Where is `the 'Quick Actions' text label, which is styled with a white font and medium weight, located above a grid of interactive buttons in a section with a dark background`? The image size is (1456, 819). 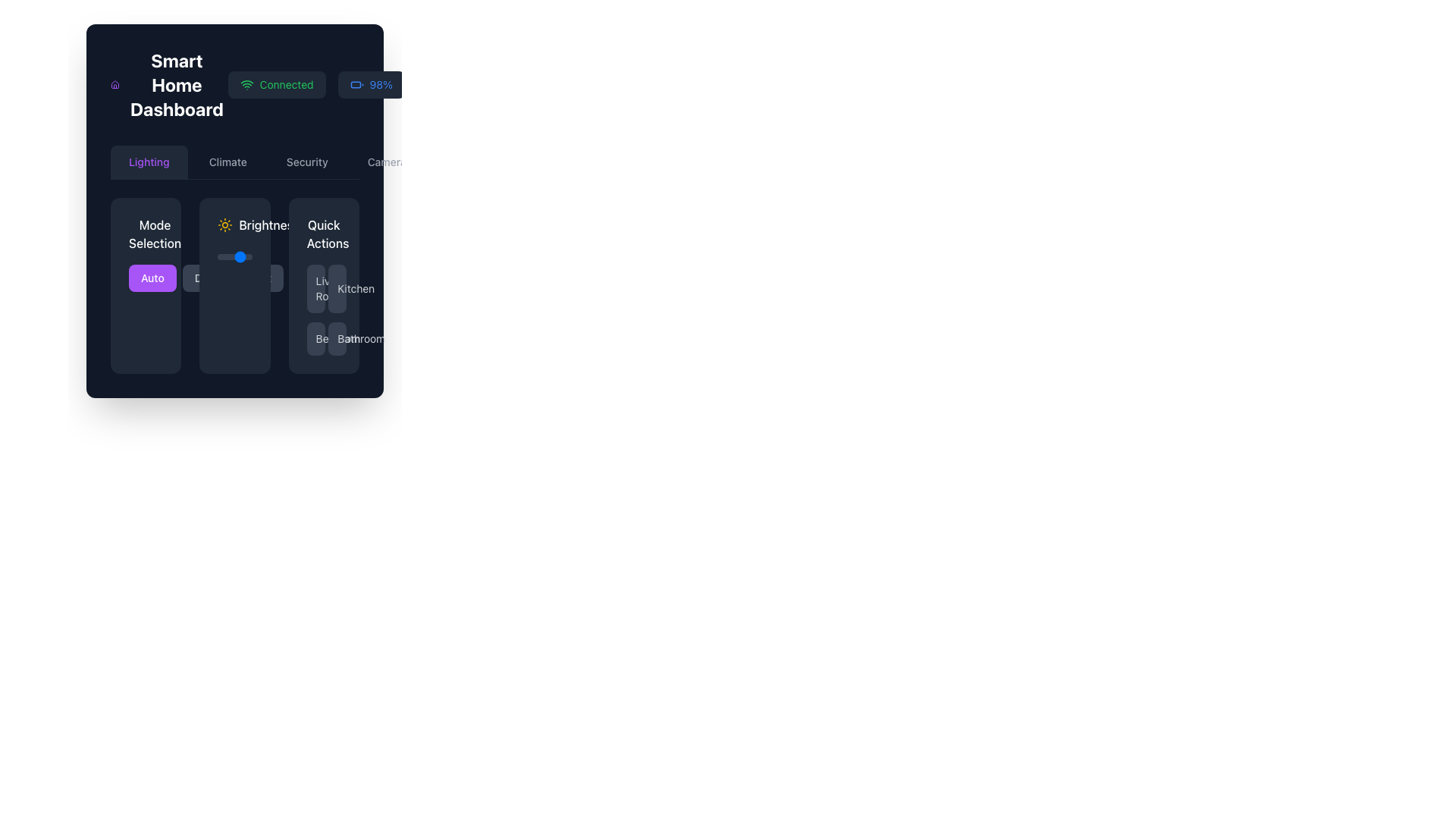
the 'Quick Actions' text label, which is styled with a white font and medium weight, located above a grid of interactive buttons in a section with a dark background is located at coordinates (323, 234).